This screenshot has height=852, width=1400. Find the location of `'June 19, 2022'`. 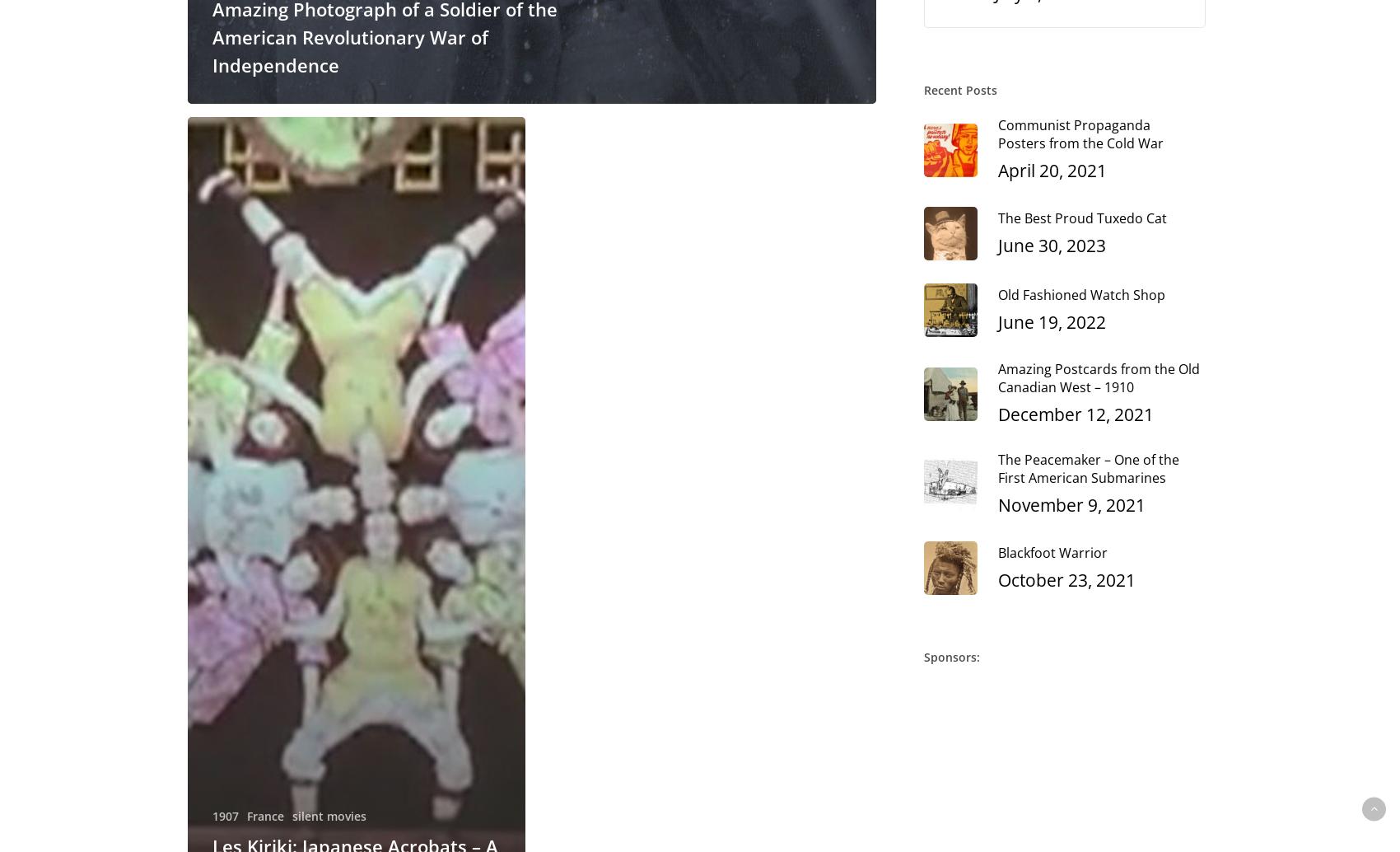

'June 19, 2022' is located at coordinates (996, 321).